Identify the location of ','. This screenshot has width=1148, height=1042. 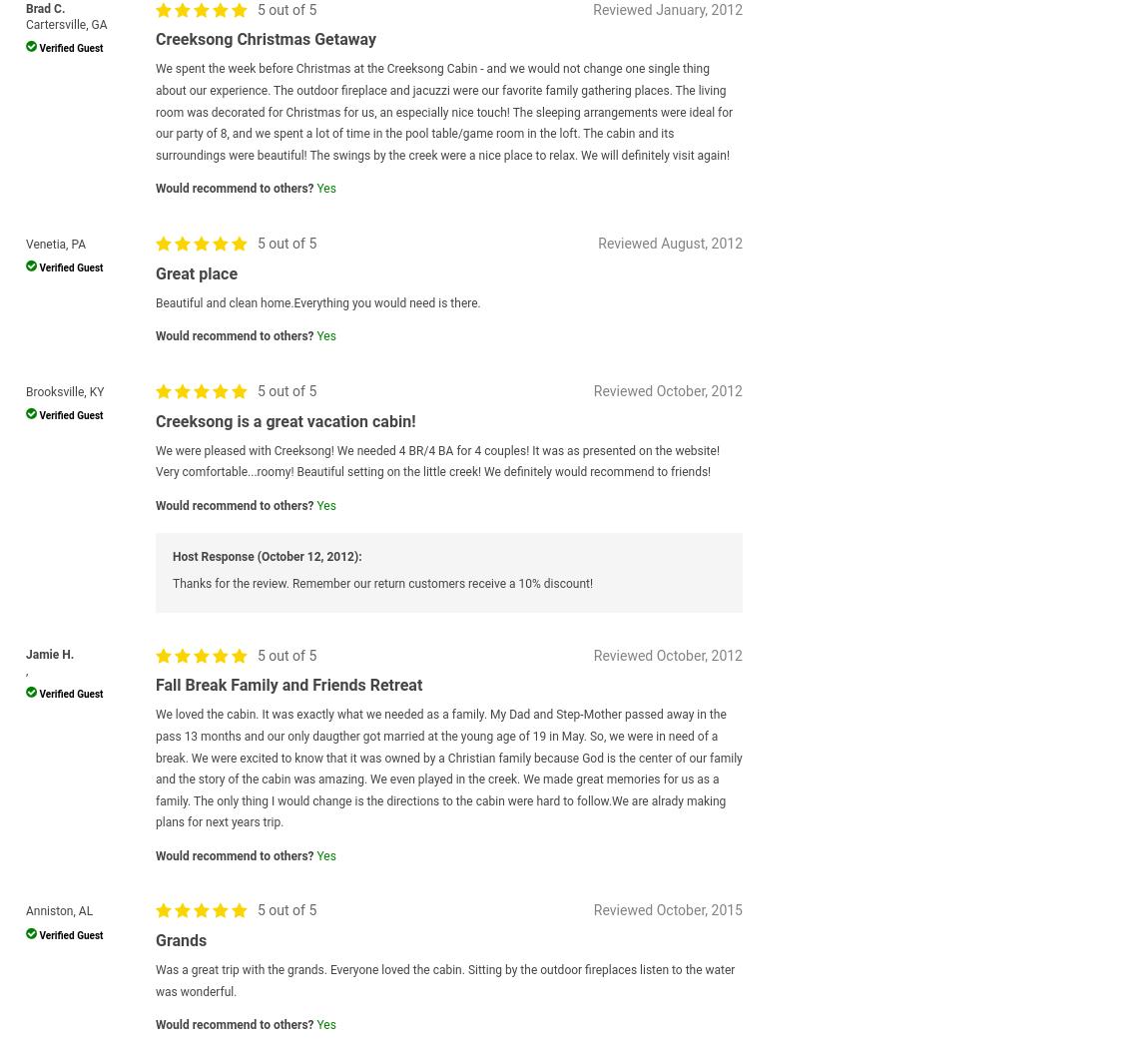
(26, 668).